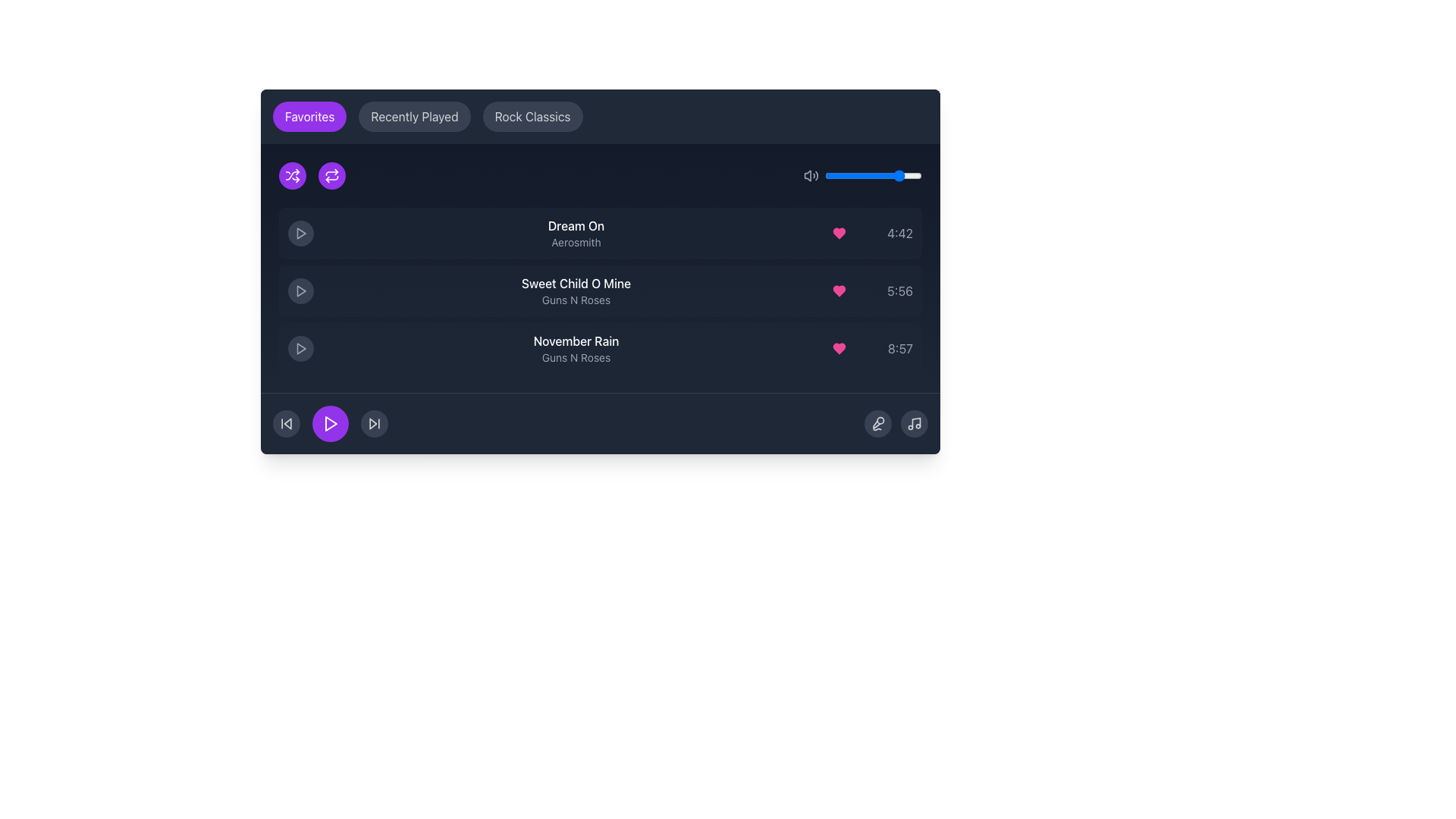 The image size is (1456, 819). I want to click on the play button located in the central bottom section of the interface to initiate playback of the currently selected track in the playlist, so click(330, 424).